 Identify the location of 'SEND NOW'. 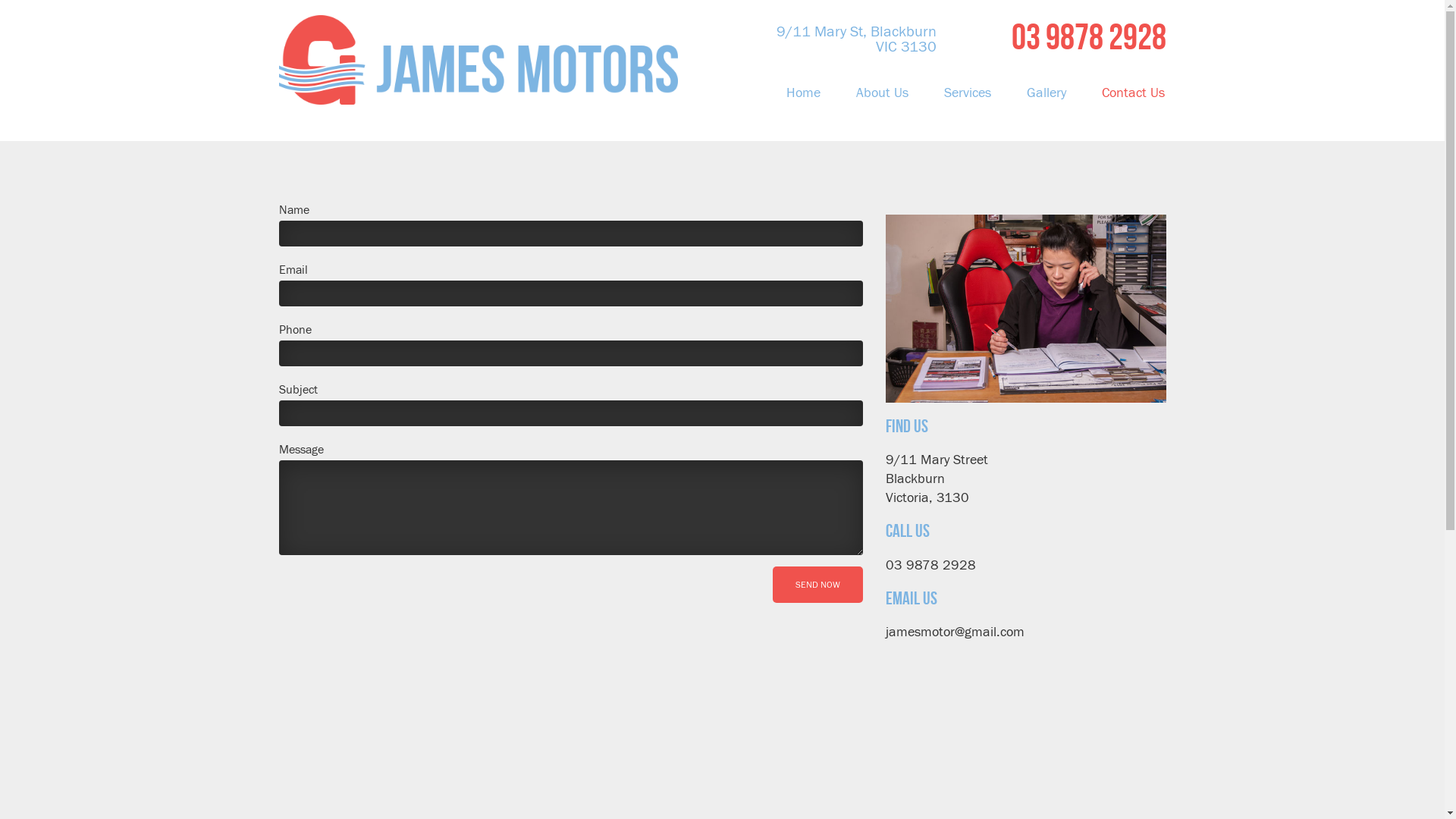
(816, 584).